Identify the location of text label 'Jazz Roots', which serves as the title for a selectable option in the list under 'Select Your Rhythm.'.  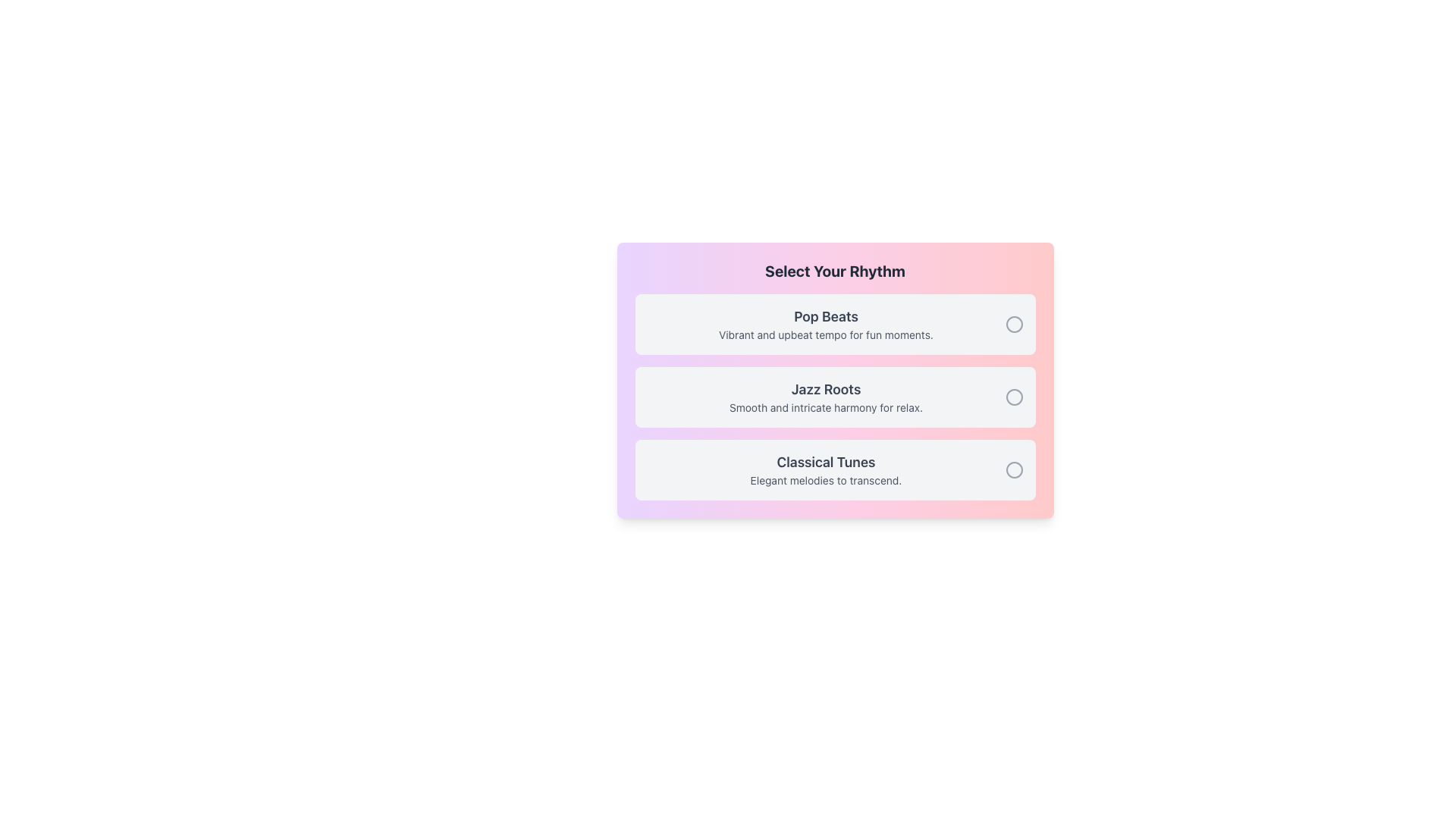
(825, 388).